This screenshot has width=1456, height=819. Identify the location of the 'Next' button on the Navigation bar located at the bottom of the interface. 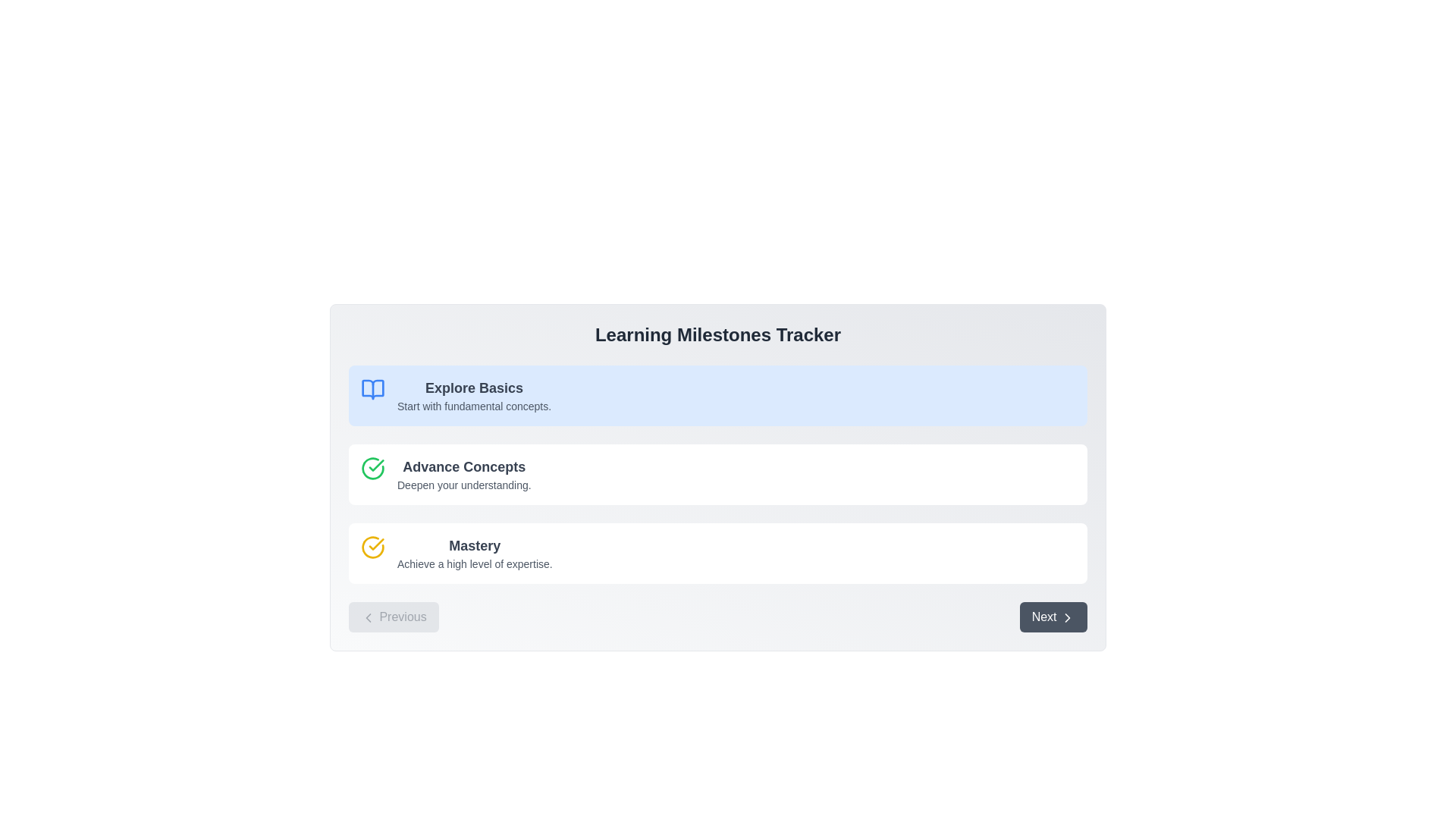
(717, 617).